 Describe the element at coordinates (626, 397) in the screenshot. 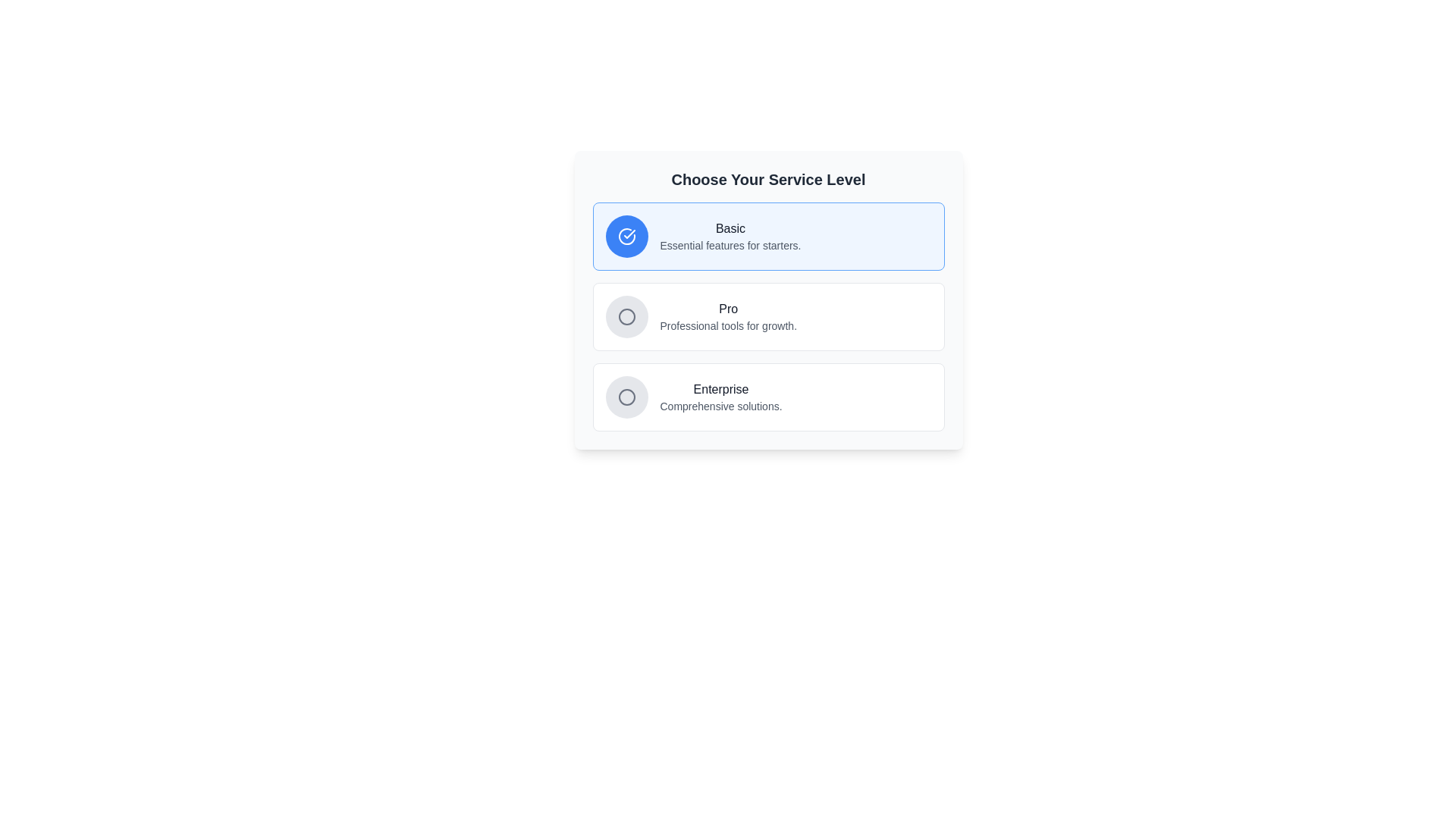

I see `the 'Enterprise' radio button` at that location.